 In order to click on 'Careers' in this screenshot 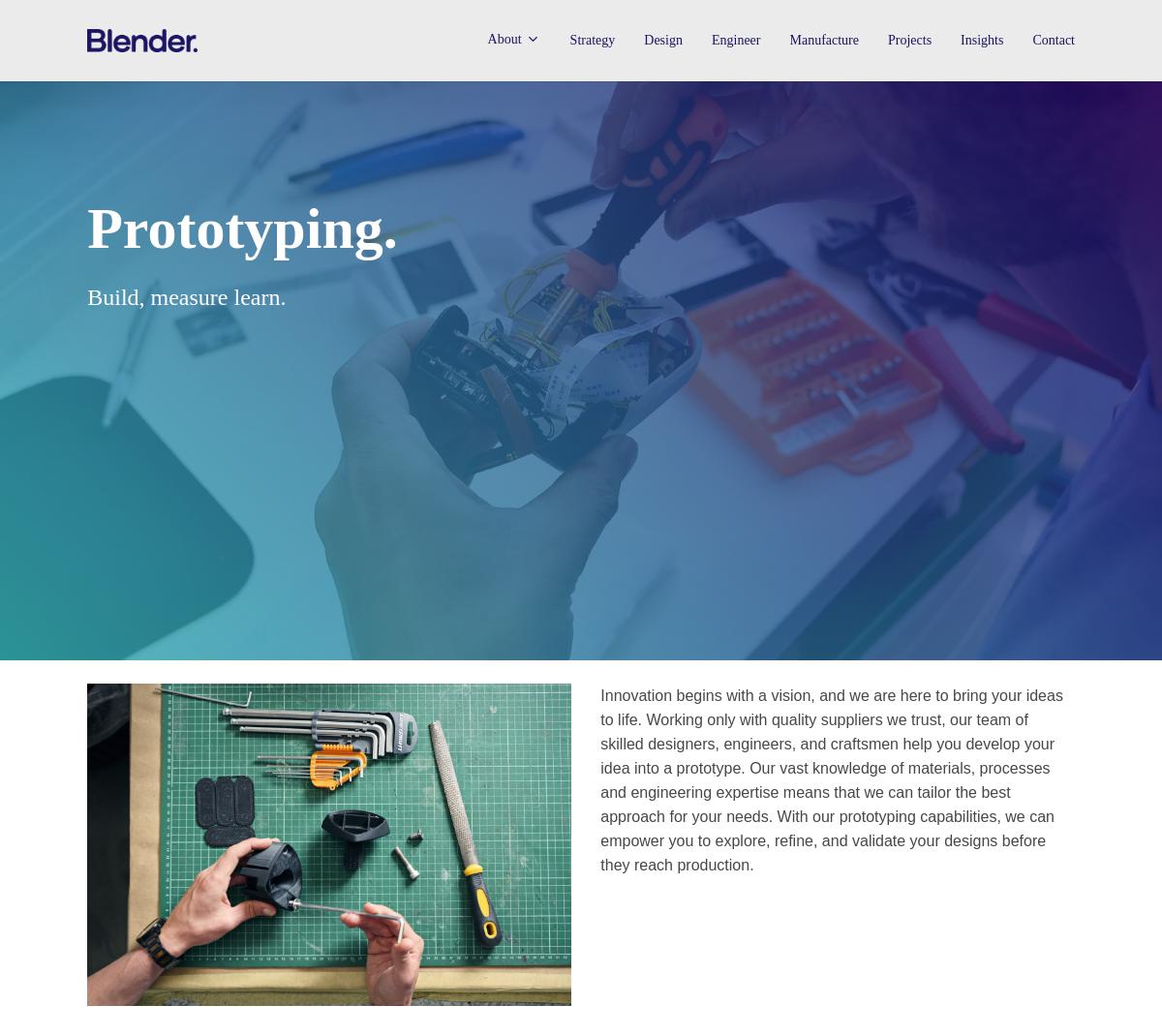, I will do `click(517, 191)`.